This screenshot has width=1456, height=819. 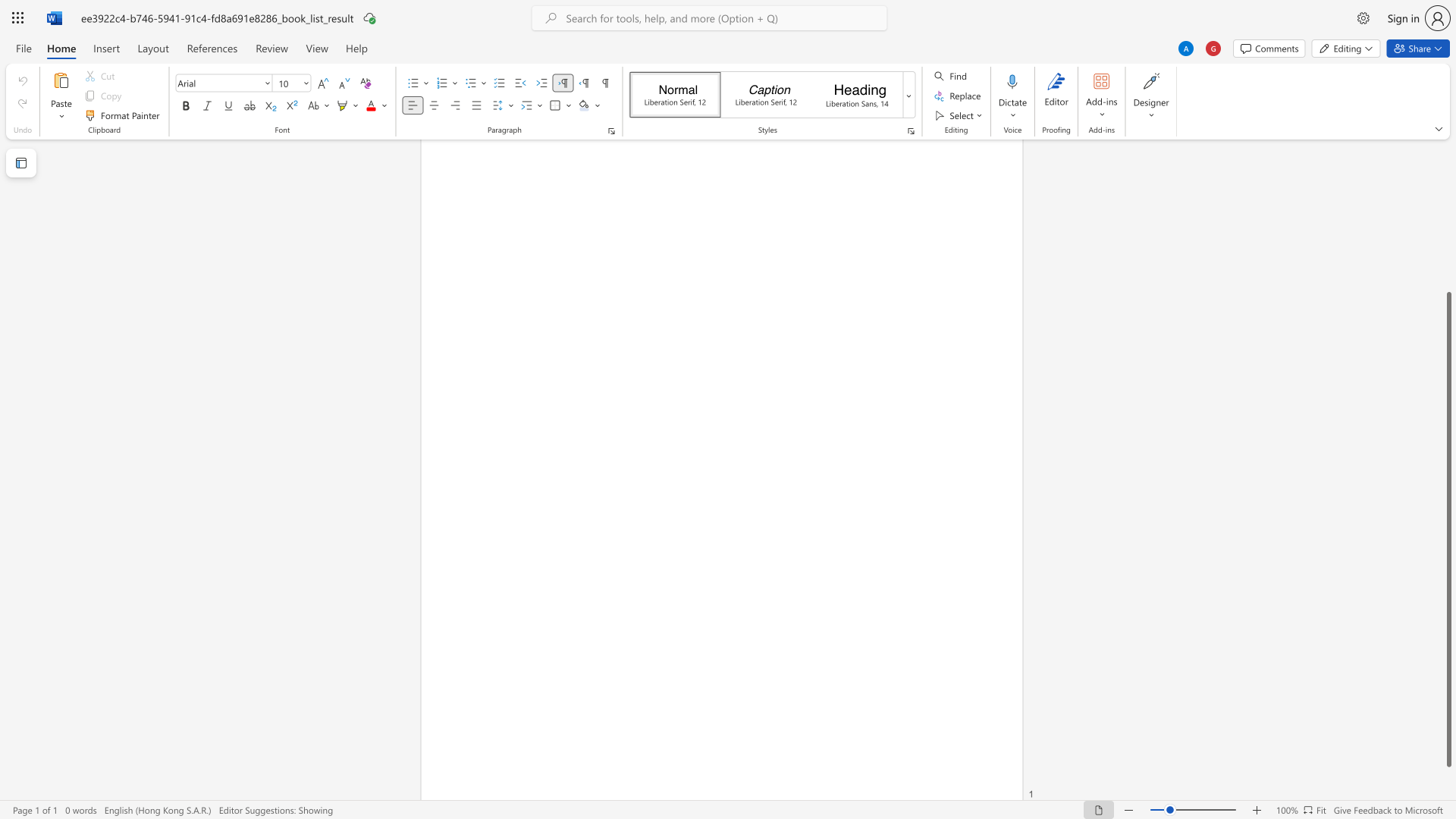 I want to click on the page's right scrollbar for upward movement, so click(x=1448, y=196).